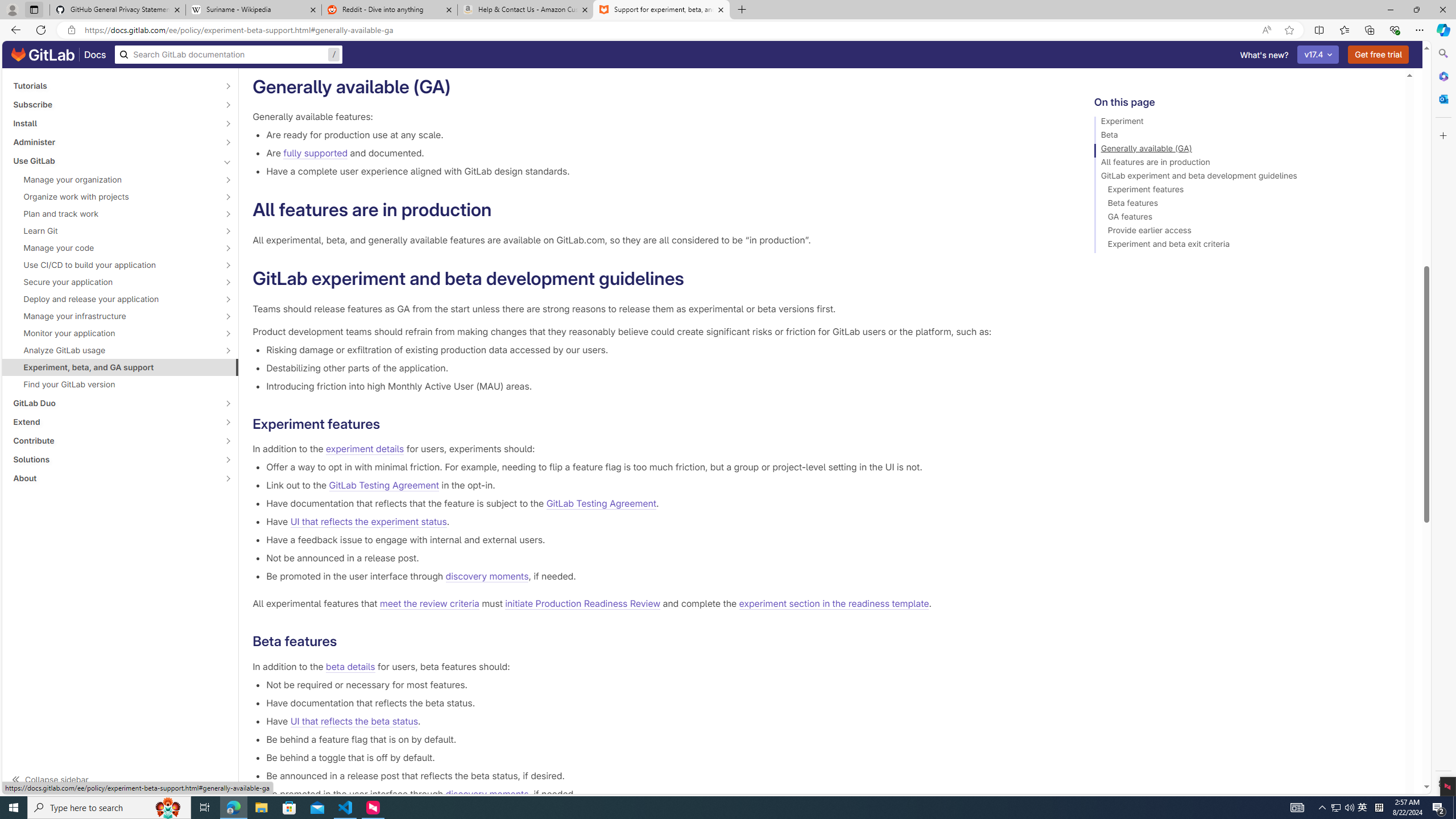  Describe the element at coordinates (113, 213) in the screenshot. I see `'Plan and track work'` at that location.